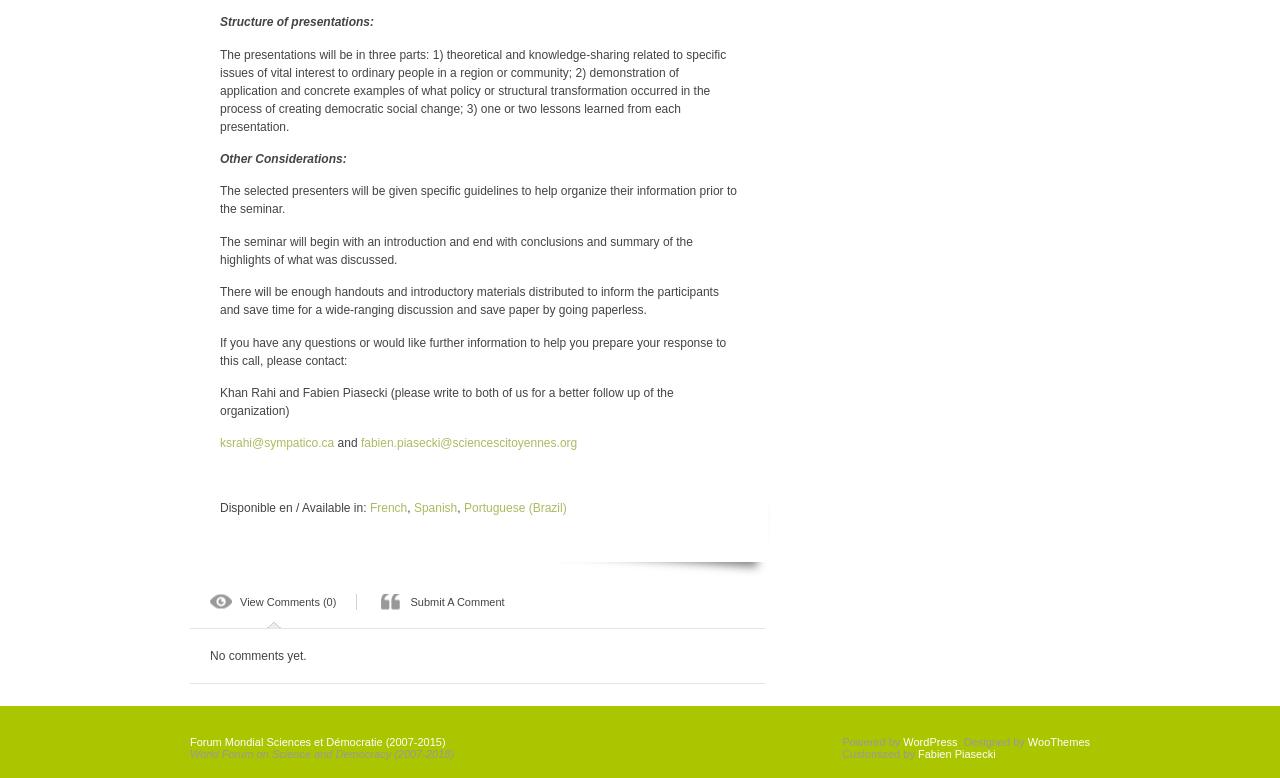  Describe the element at coordinates (347, 442) in the screenshot. I see `'and'` at that location.